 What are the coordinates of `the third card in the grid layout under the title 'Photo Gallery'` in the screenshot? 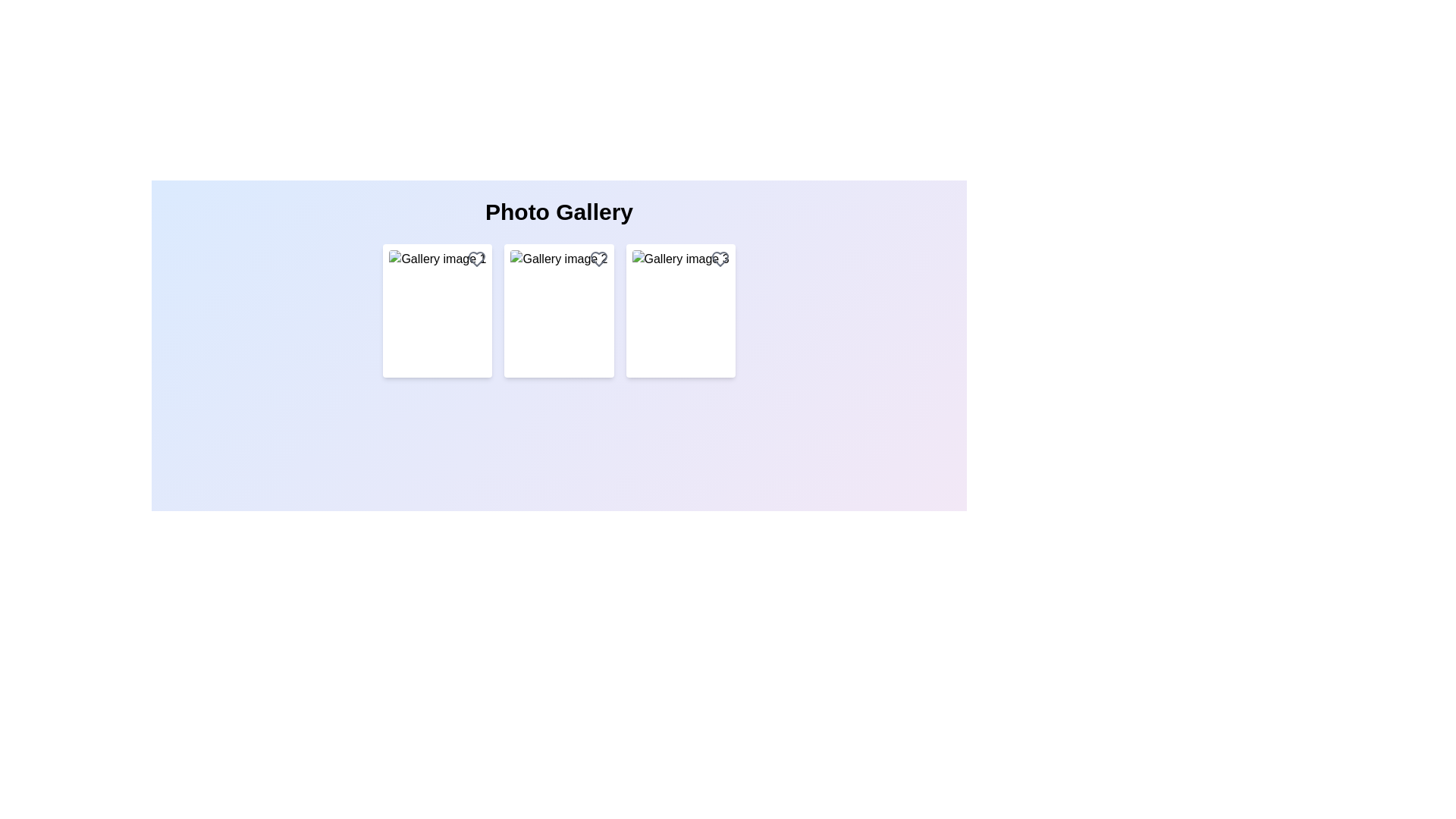 It's located at (679, 309).